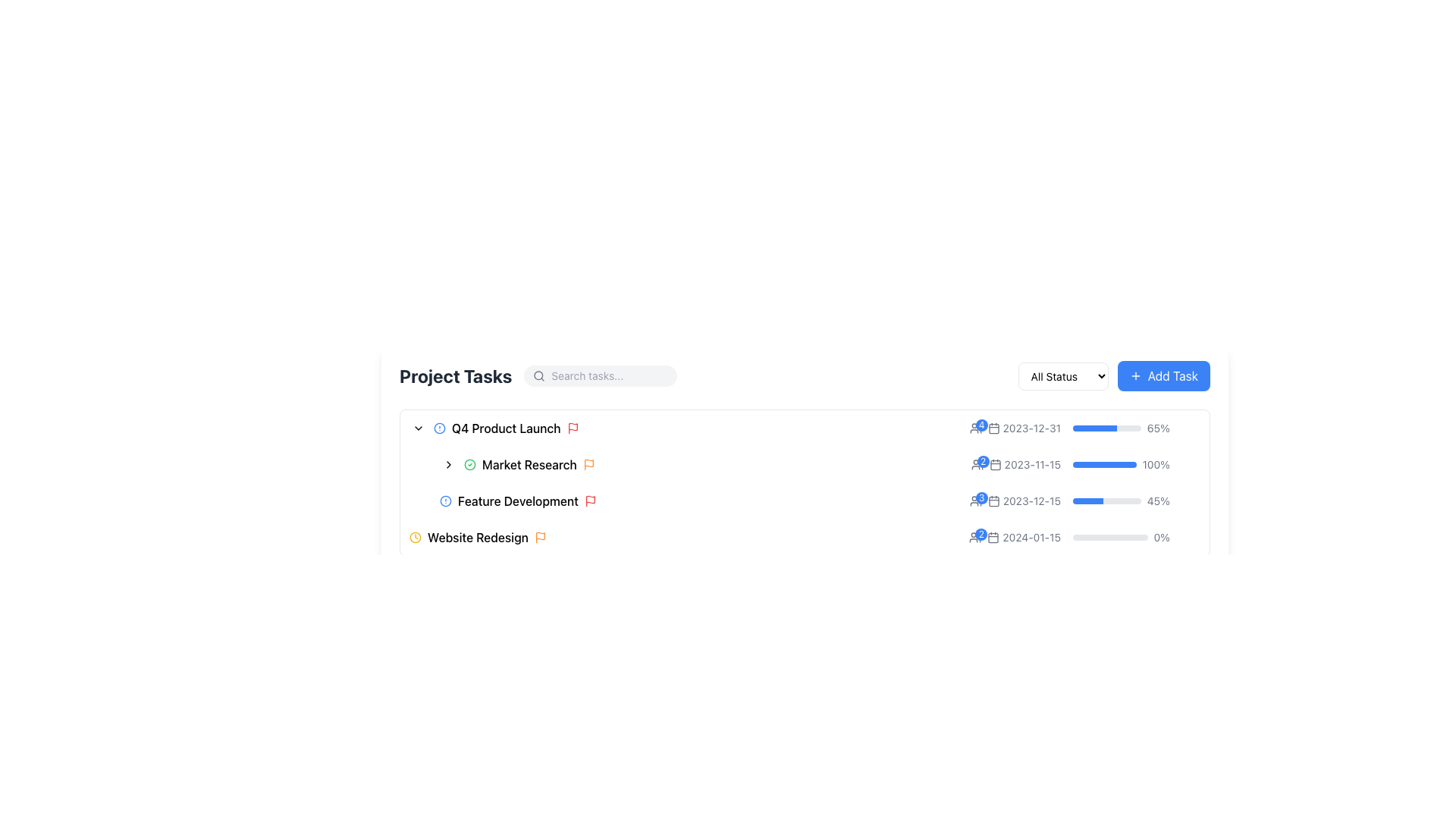 This screenshot has width=1456, height=819. Describe the element at coordinates (1190, 428) in the screenshot. I see `the options button located at the right end of the progress bar for the task dated 2023-12-31 with a progress of 65%` at that location.